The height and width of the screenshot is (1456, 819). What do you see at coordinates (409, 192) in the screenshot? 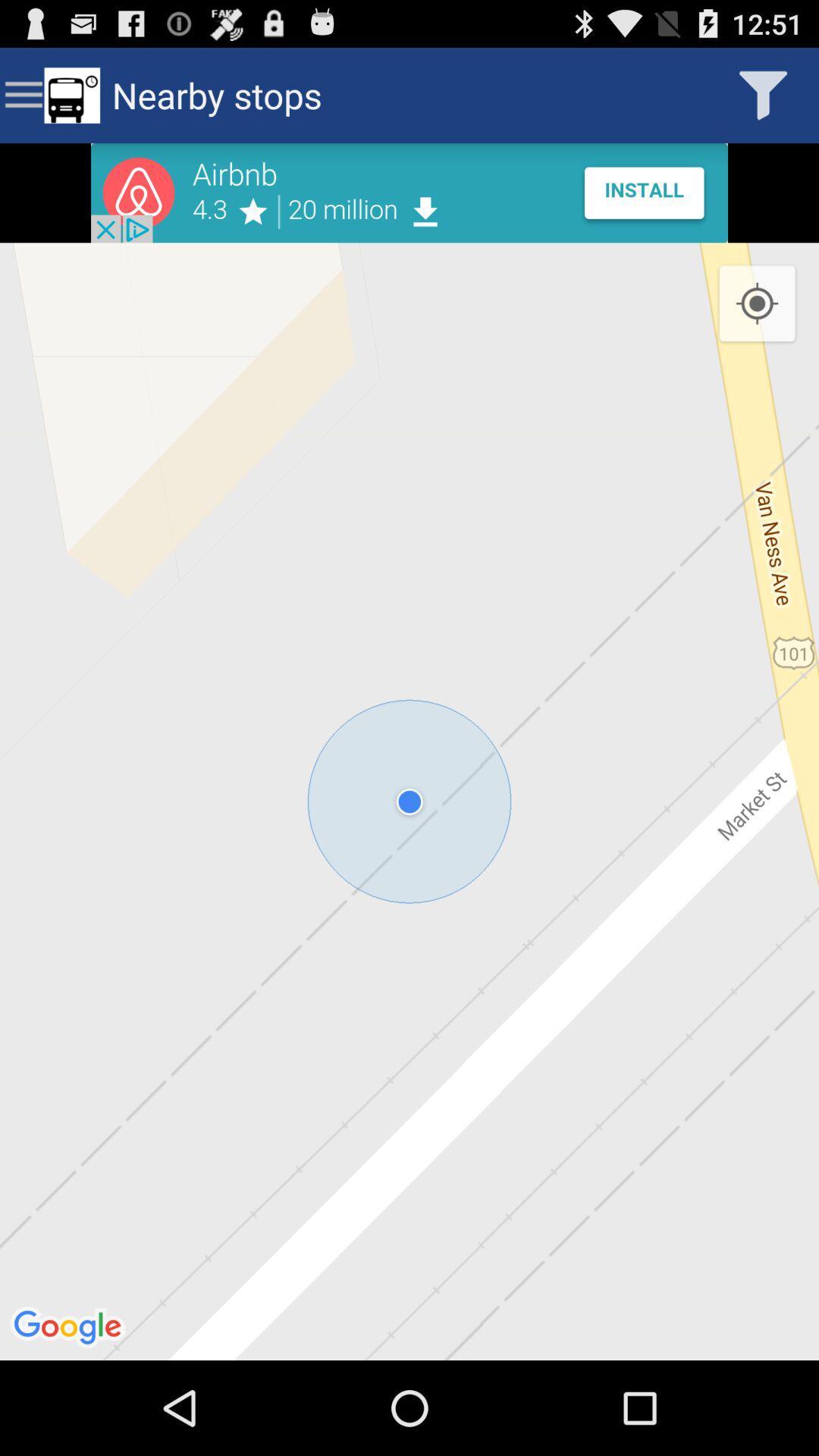
I see `advertisemwnt` at bounding box center [409, 192].